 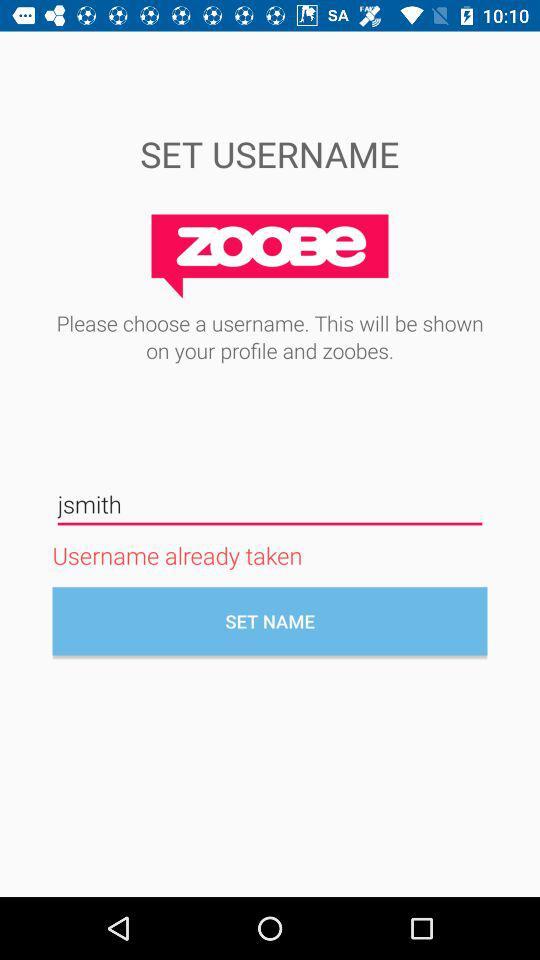 What do you see at coordinates (270, 620) in the screenshot?
I see `set name item` at bounding box center [270, 620].